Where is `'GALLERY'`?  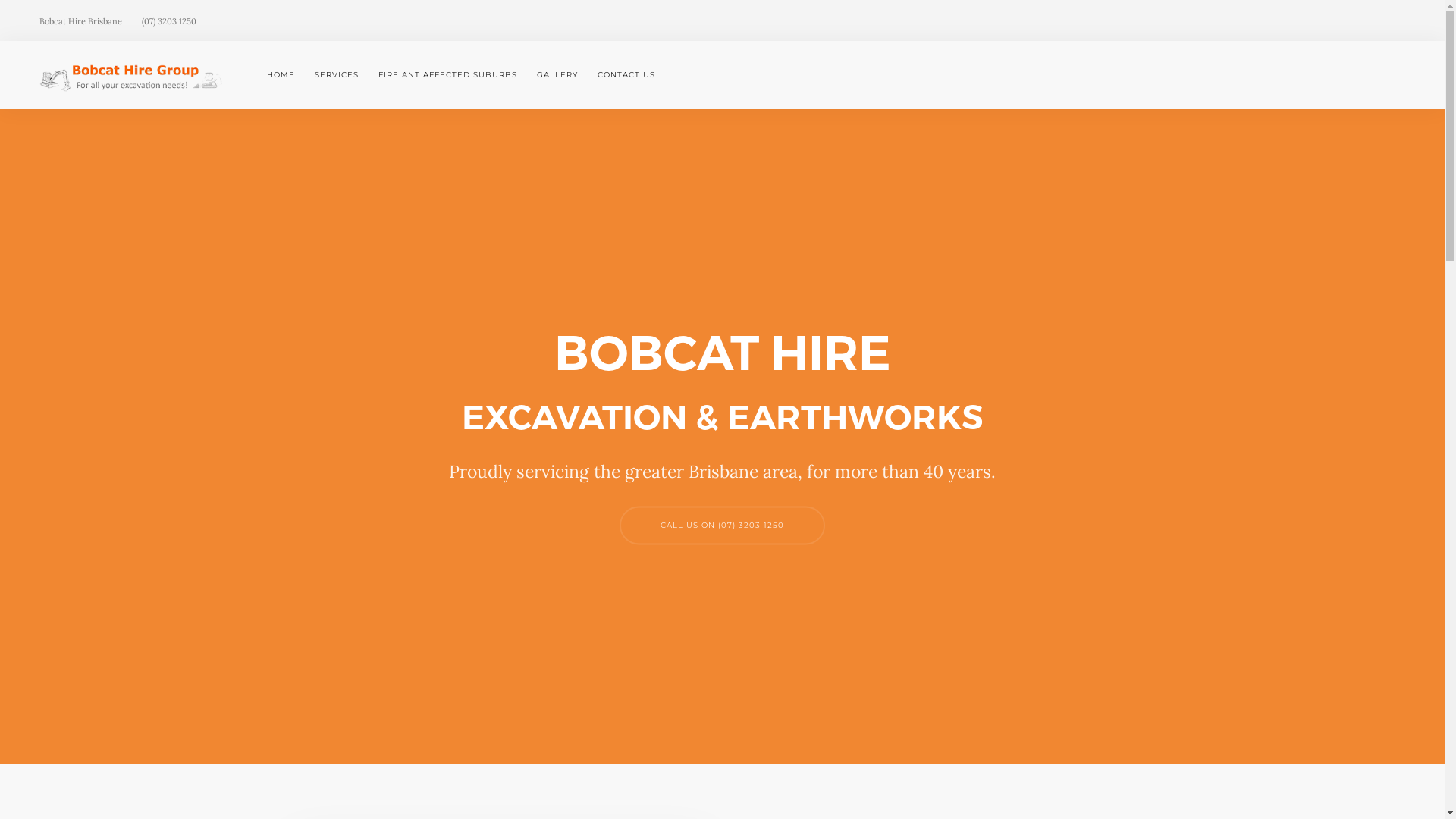 'GALLERY' is located at coordinates (527, 75).